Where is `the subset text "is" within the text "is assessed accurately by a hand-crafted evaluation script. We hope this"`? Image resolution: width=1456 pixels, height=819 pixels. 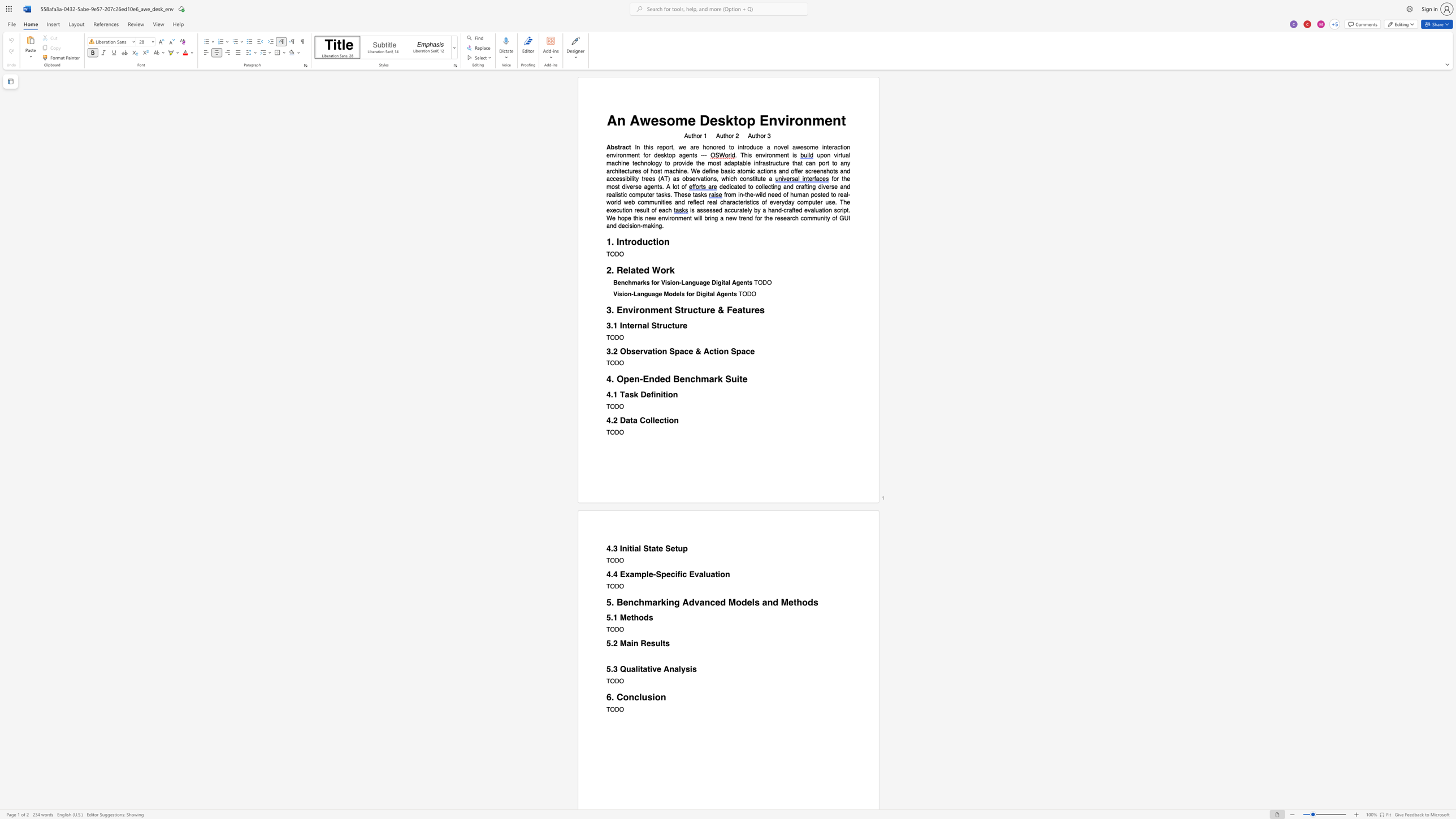
the subset text "is" within the text "is assessed accurately by a hand-crafted evaluation script. We hope this" is located at coordinates (638, 218).